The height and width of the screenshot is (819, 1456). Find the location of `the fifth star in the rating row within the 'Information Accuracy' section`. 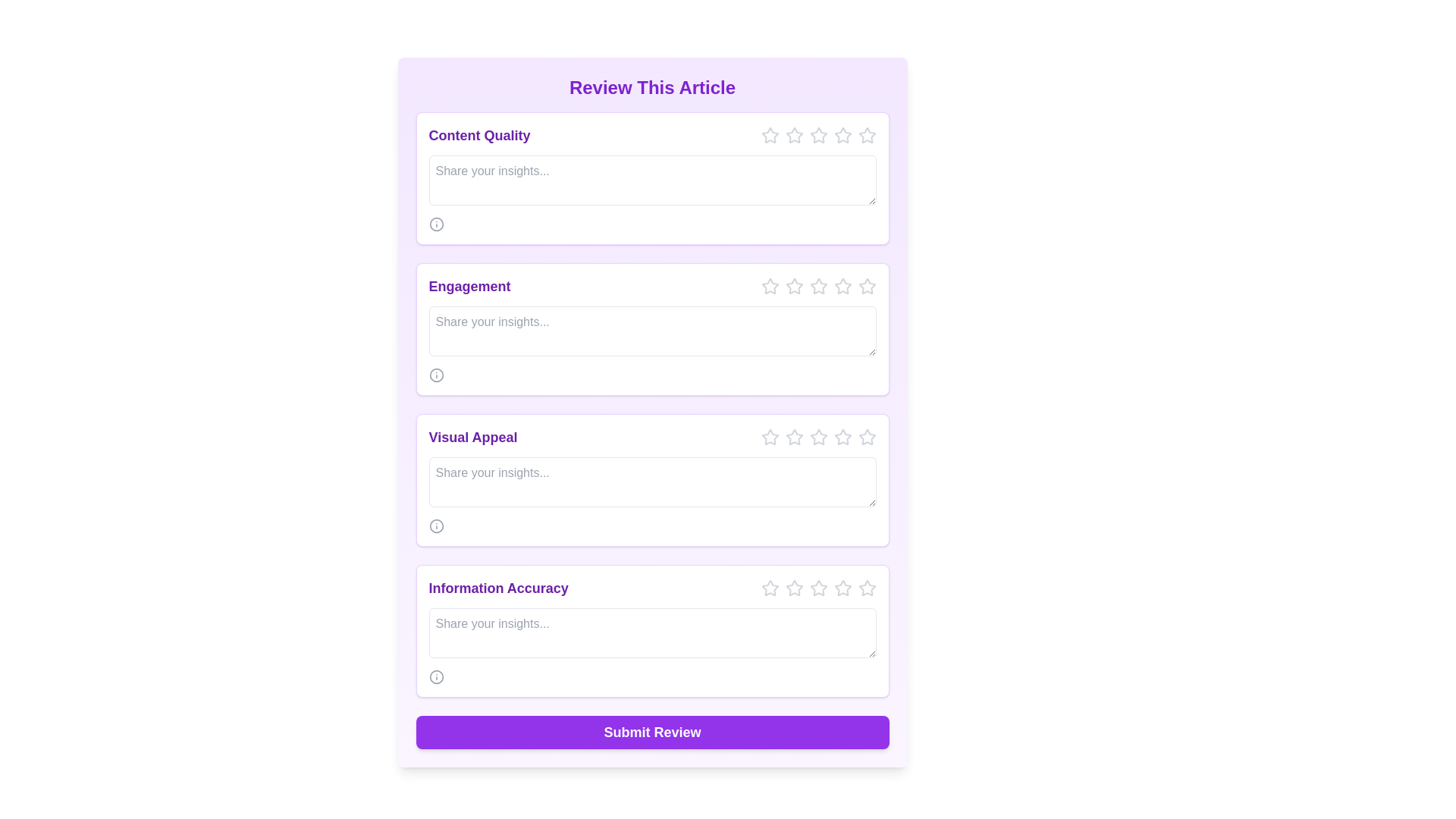

the fifth star in the rating row within the 'Information Accuracy' section is located at coordinates (841, 587).